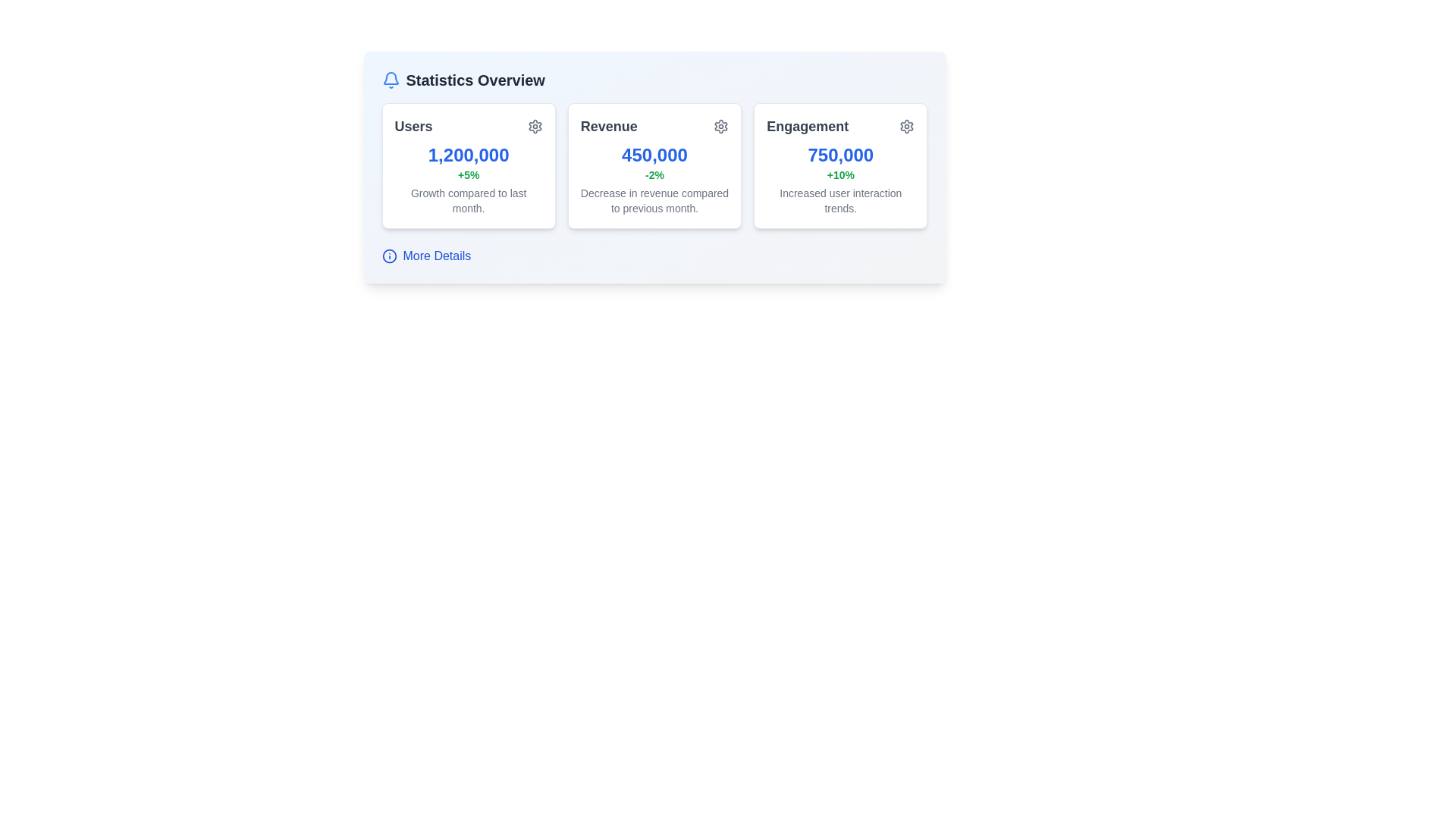  Describe the element at coordinates (807, 125) in the screenshot. I see `the descriptive title text label located at the top left of the third card in the 'Statistics Overview' section, which helps identify the card's metric or category` at that location.